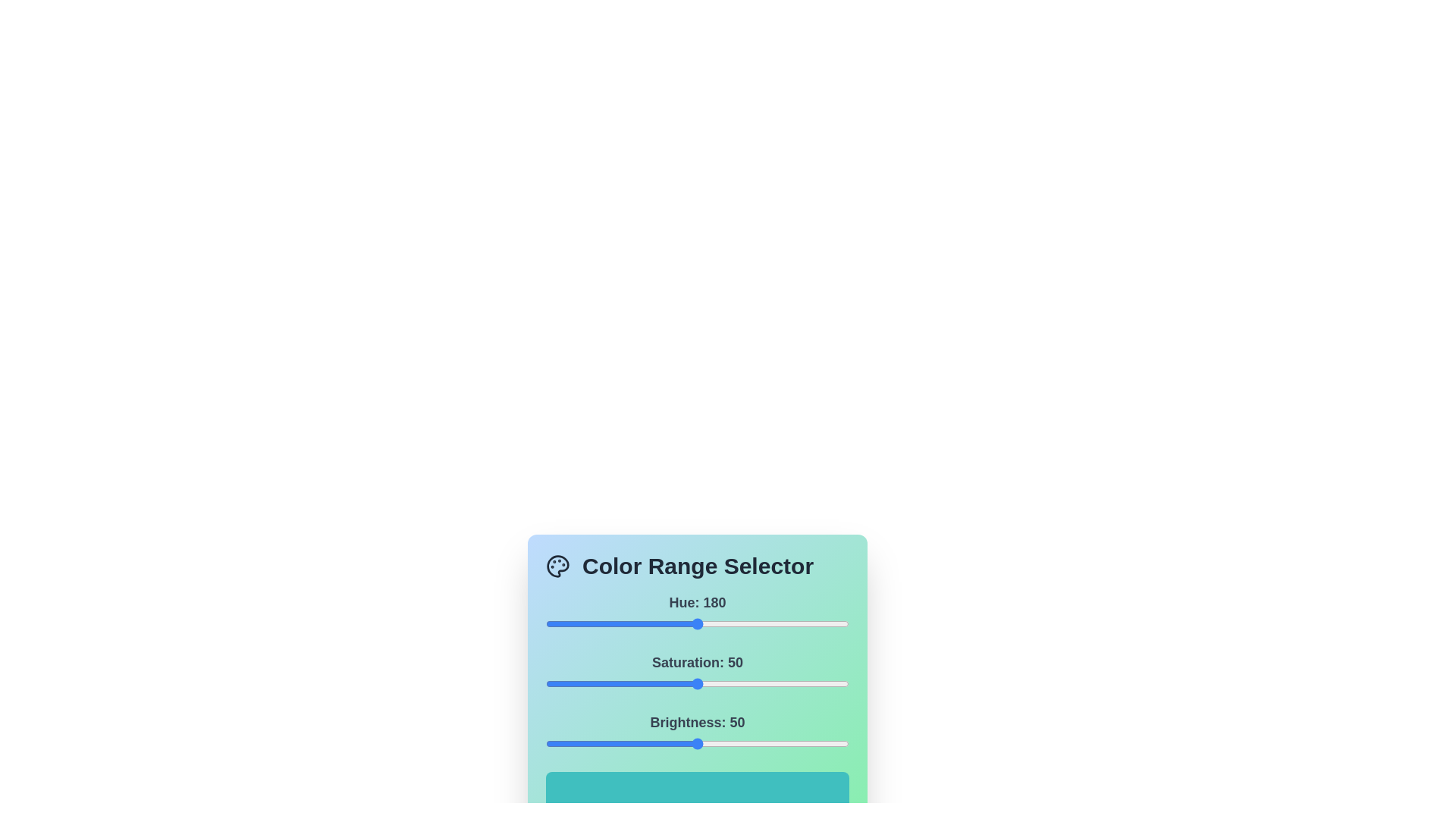  What do you see at coordinates (637, 684) in the screenshot?
I see `the 1 slider to 30` at bounding box center [637, 684].